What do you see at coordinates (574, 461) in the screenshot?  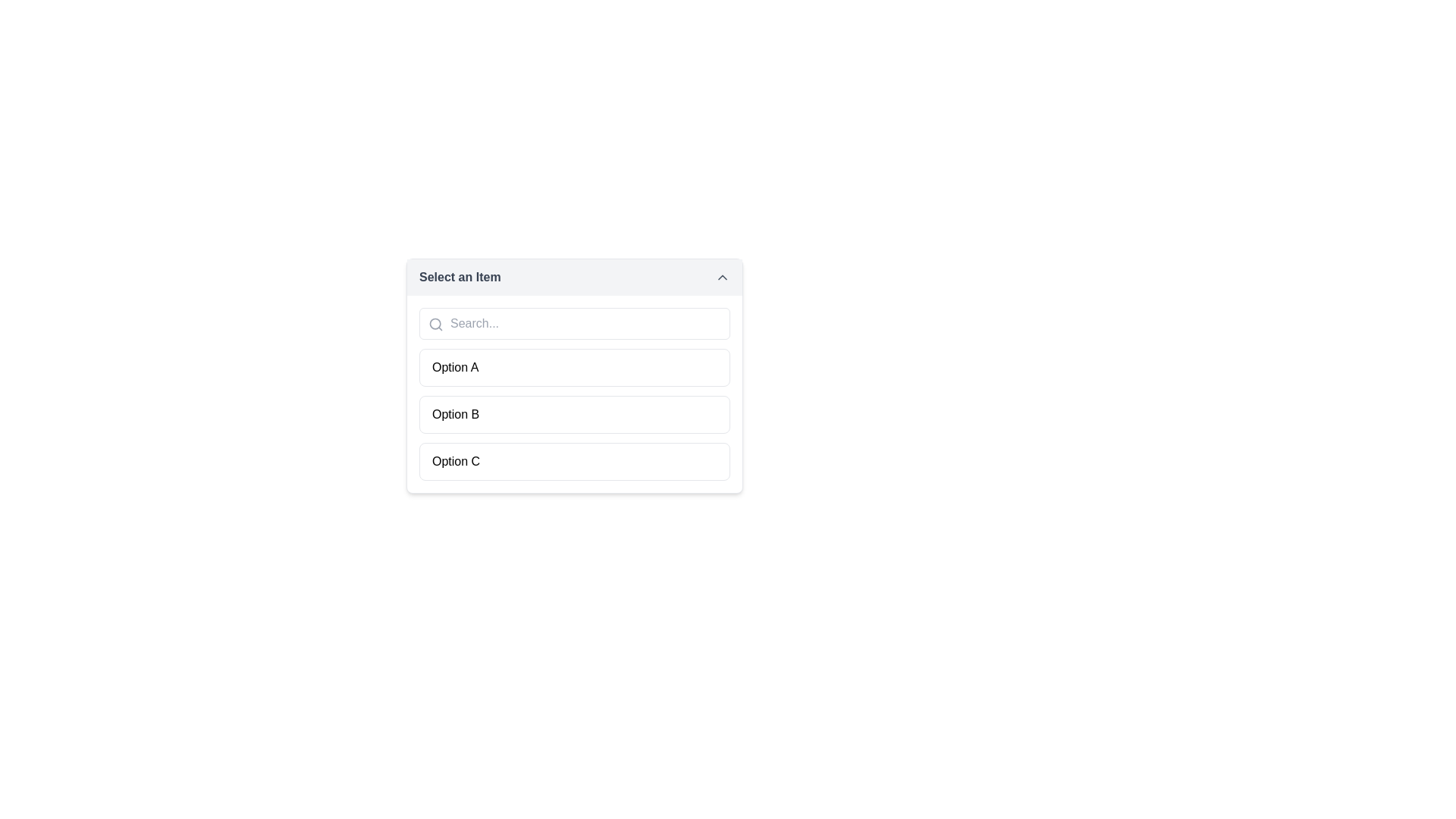 I see `the button labeled 'Option C', which is a rectangular component with rounded corners, white background, and thin border, located below 'Option A' and 'Option B'` at bounding box center [574, 461].